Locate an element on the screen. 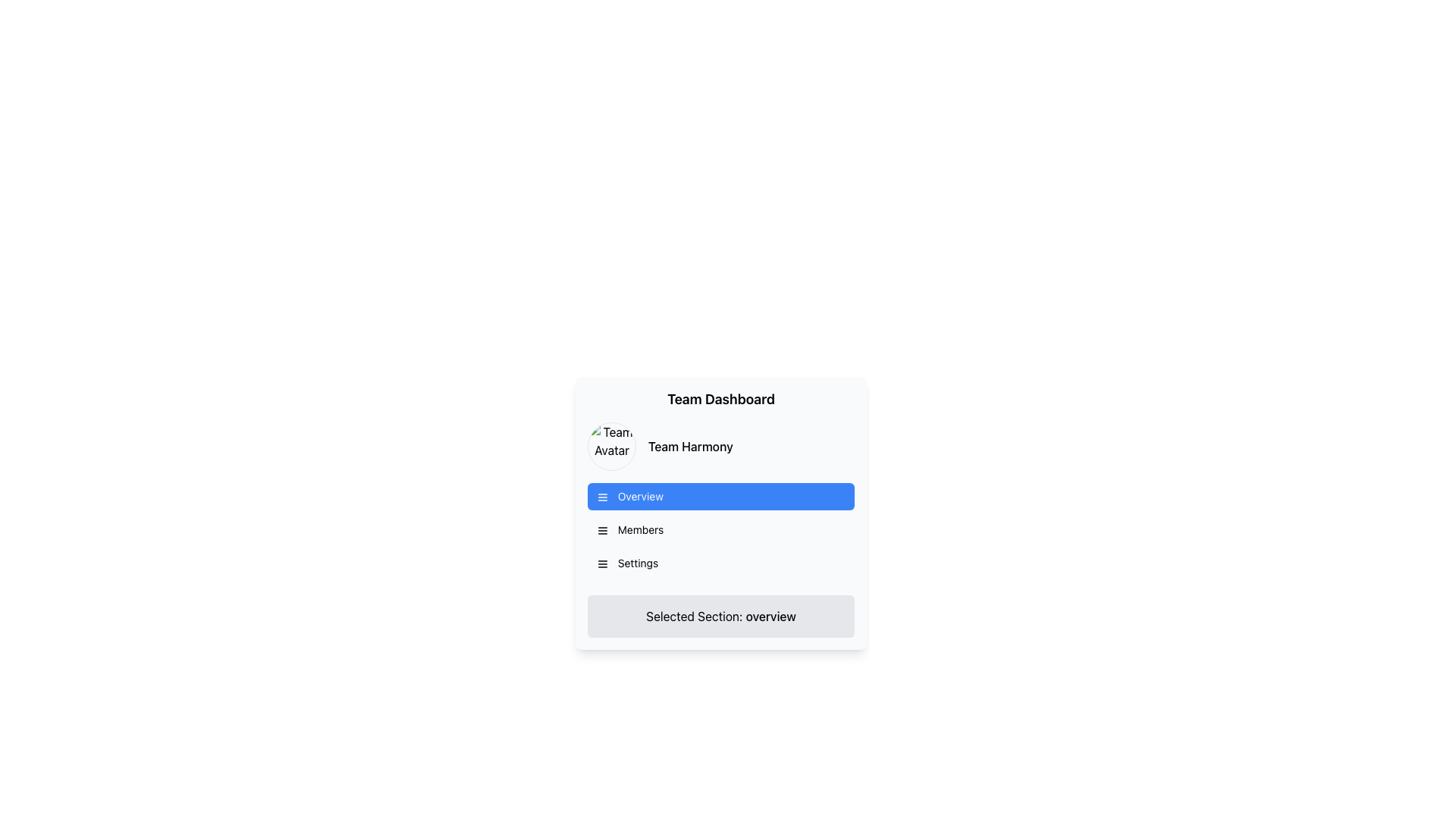 The height and width of the screenshot is (819, 1456). the menu item in the Navigation Menu of the Team Dashboard is located at coordinates (720, 529).